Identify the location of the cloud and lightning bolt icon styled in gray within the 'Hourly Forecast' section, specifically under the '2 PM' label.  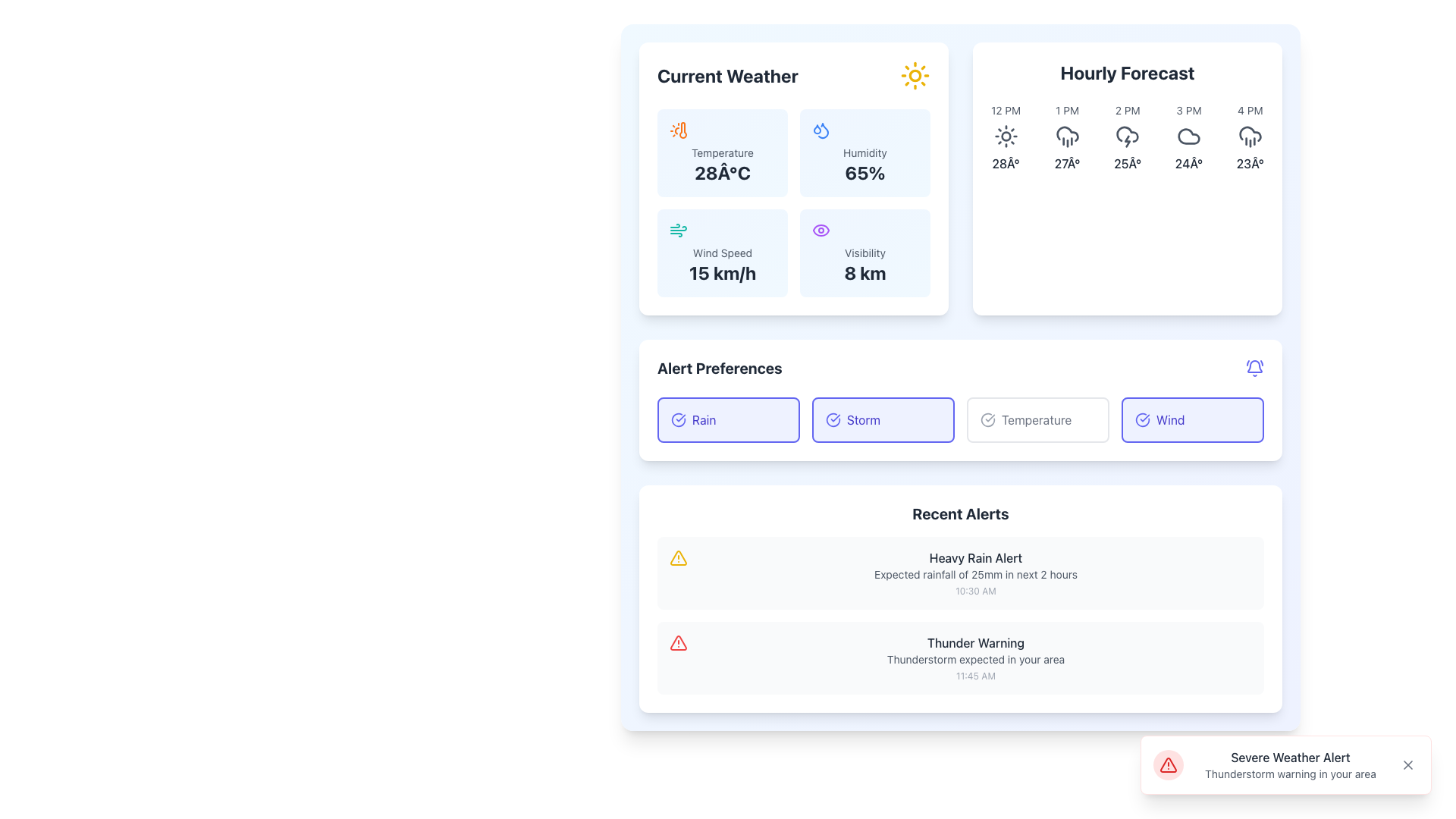
(1128, 136).